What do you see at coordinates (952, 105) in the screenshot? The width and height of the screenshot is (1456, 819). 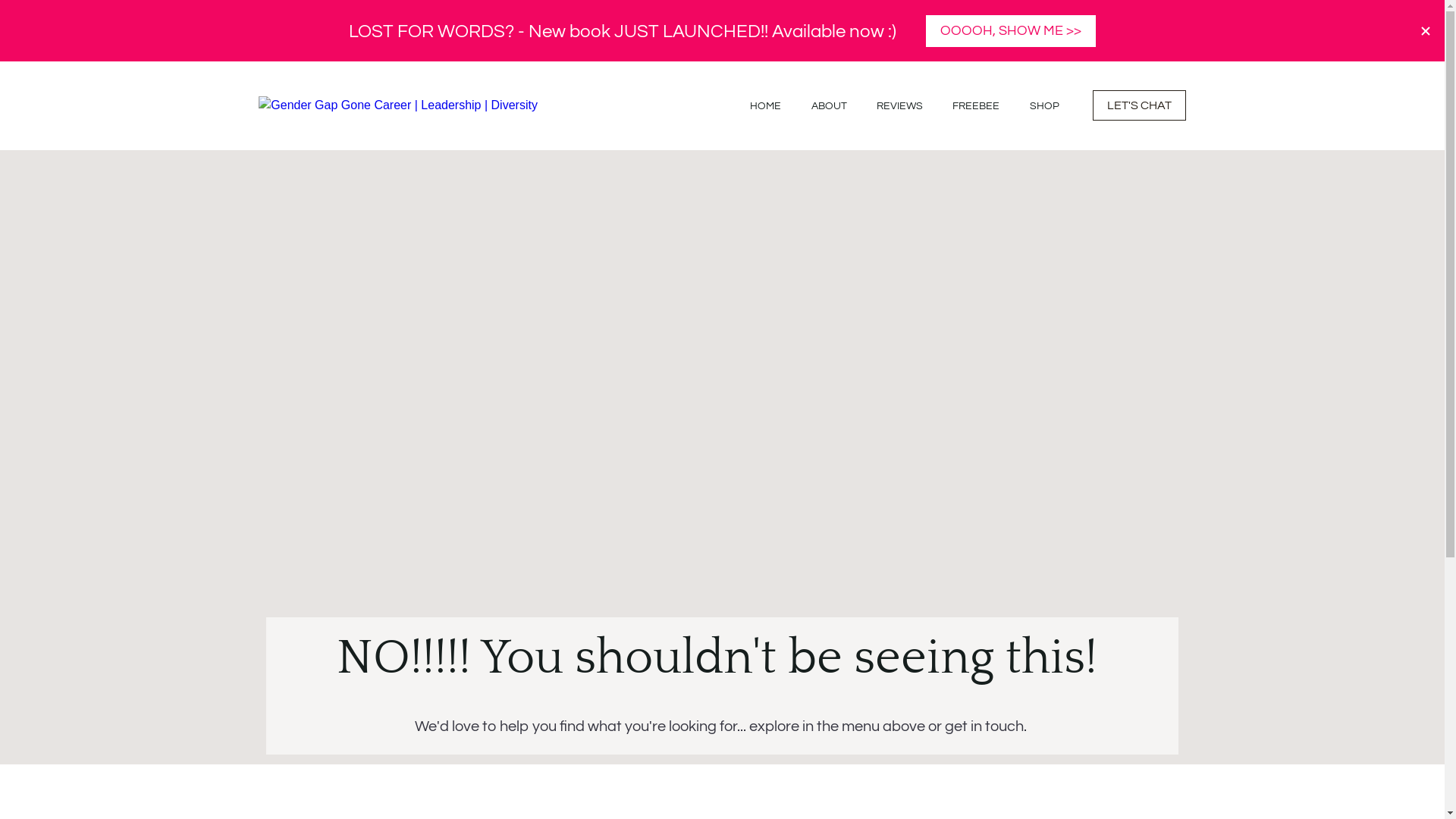 I see `'FREEBEE'` at bounding box center [952, 105].